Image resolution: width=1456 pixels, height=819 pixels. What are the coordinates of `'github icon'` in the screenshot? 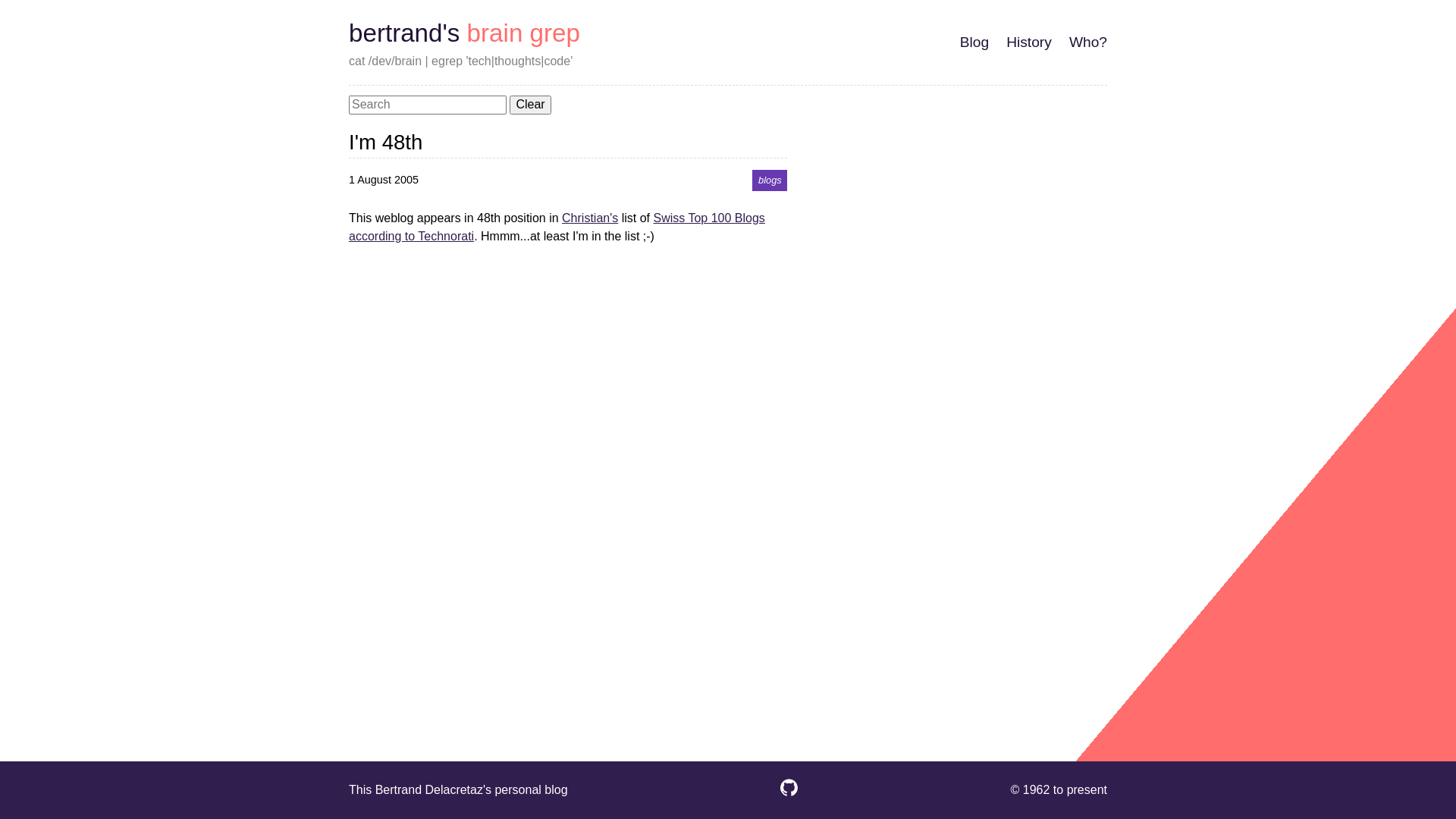 It's located at (789, 795).